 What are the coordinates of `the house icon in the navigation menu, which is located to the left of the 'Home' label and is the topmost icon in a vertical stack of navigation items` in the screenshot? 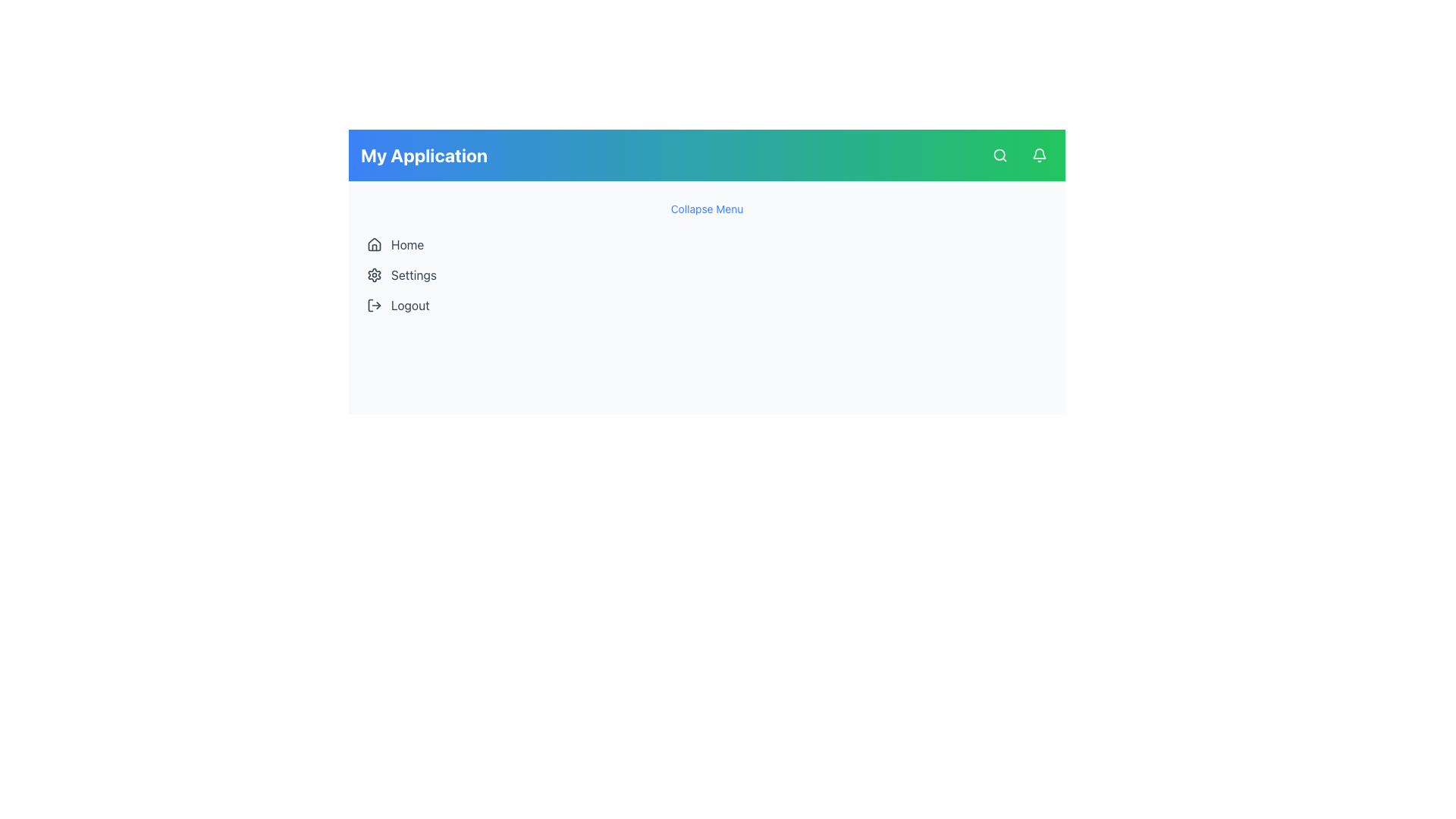 It's located at (375, 243).